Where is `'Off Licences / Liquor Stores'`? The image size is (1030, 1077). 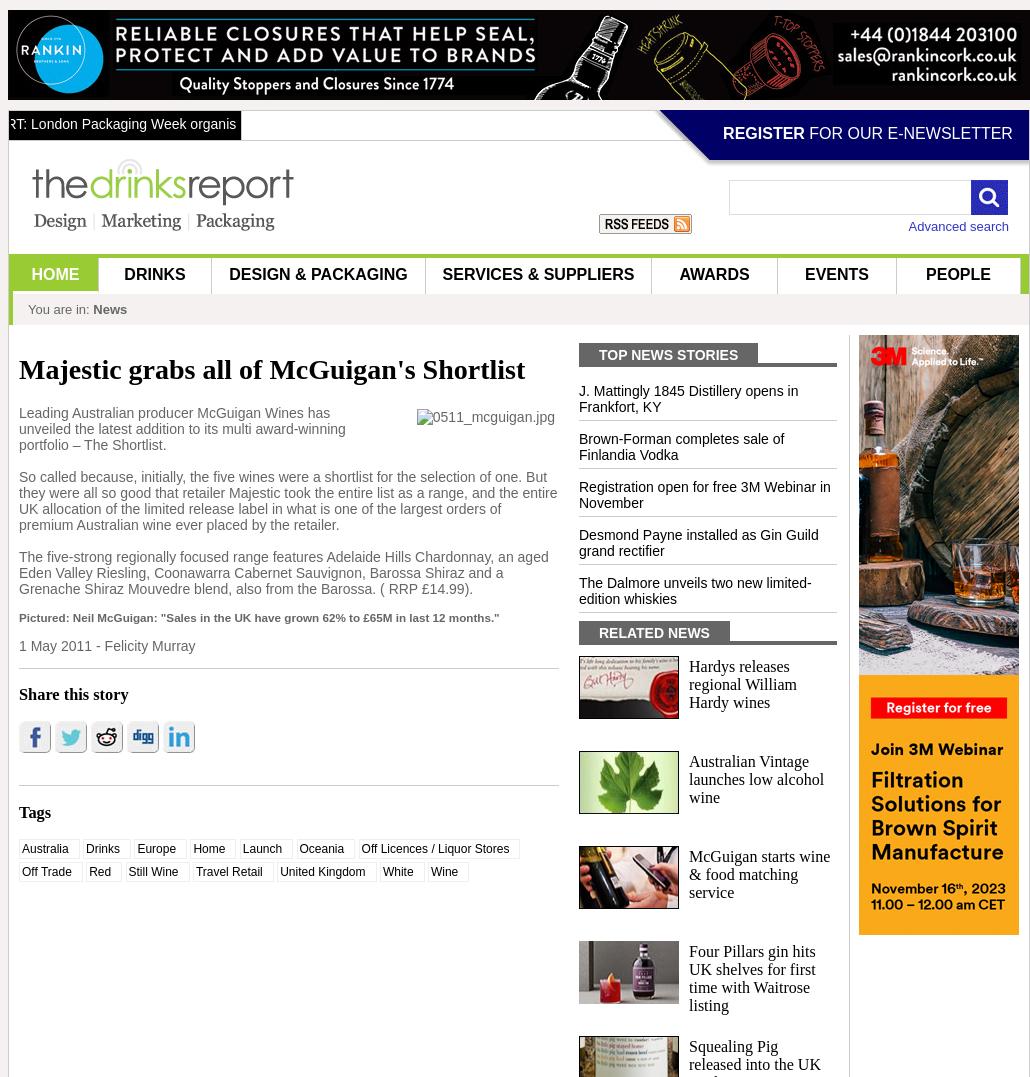 'Off Licences / Liquor Stores' is located at coordinates (433, 847).